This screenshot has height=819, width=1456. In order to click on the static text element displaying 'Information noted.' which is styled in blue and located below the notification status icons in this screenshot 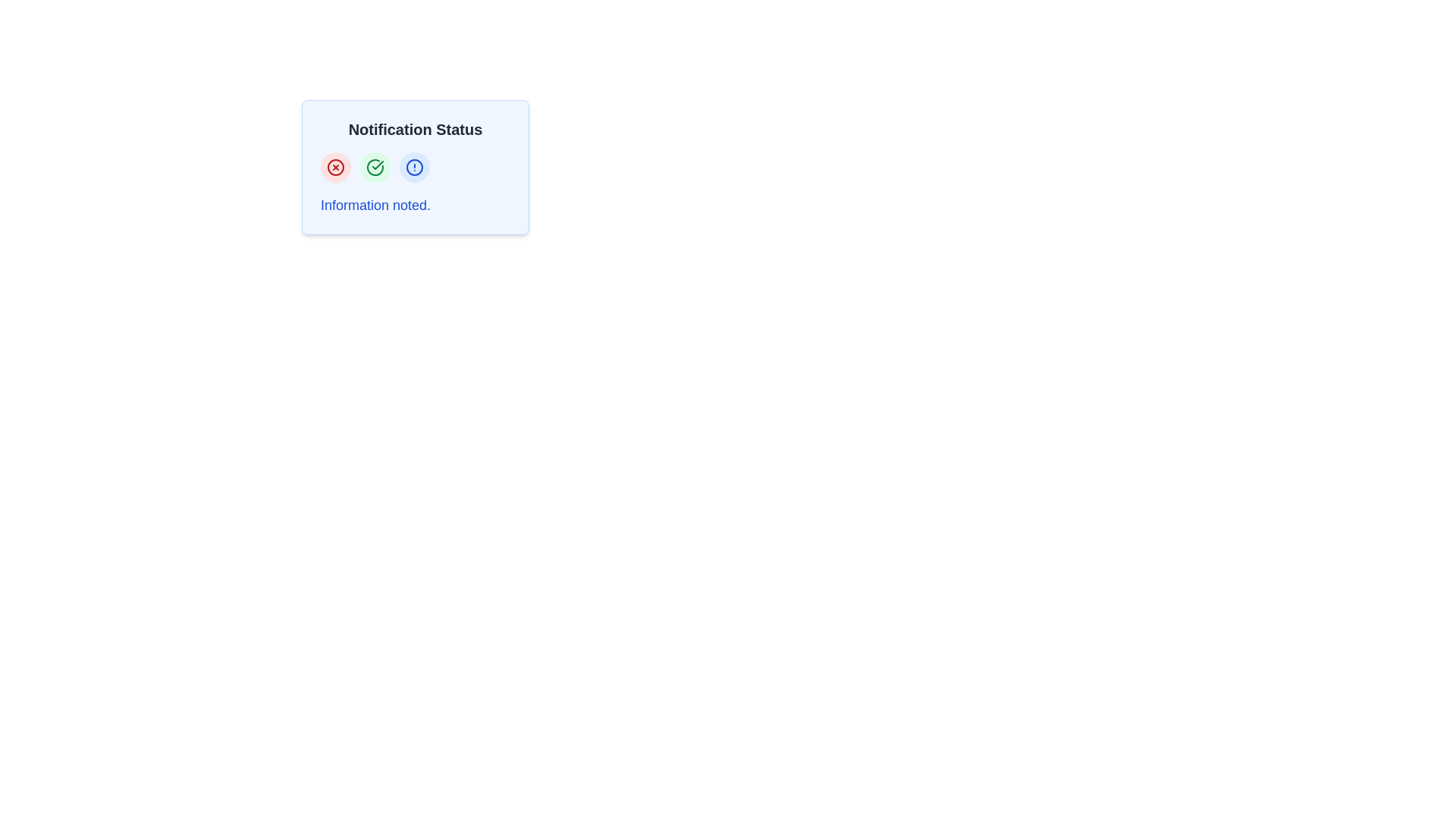, I will do `click(375, 205)`.